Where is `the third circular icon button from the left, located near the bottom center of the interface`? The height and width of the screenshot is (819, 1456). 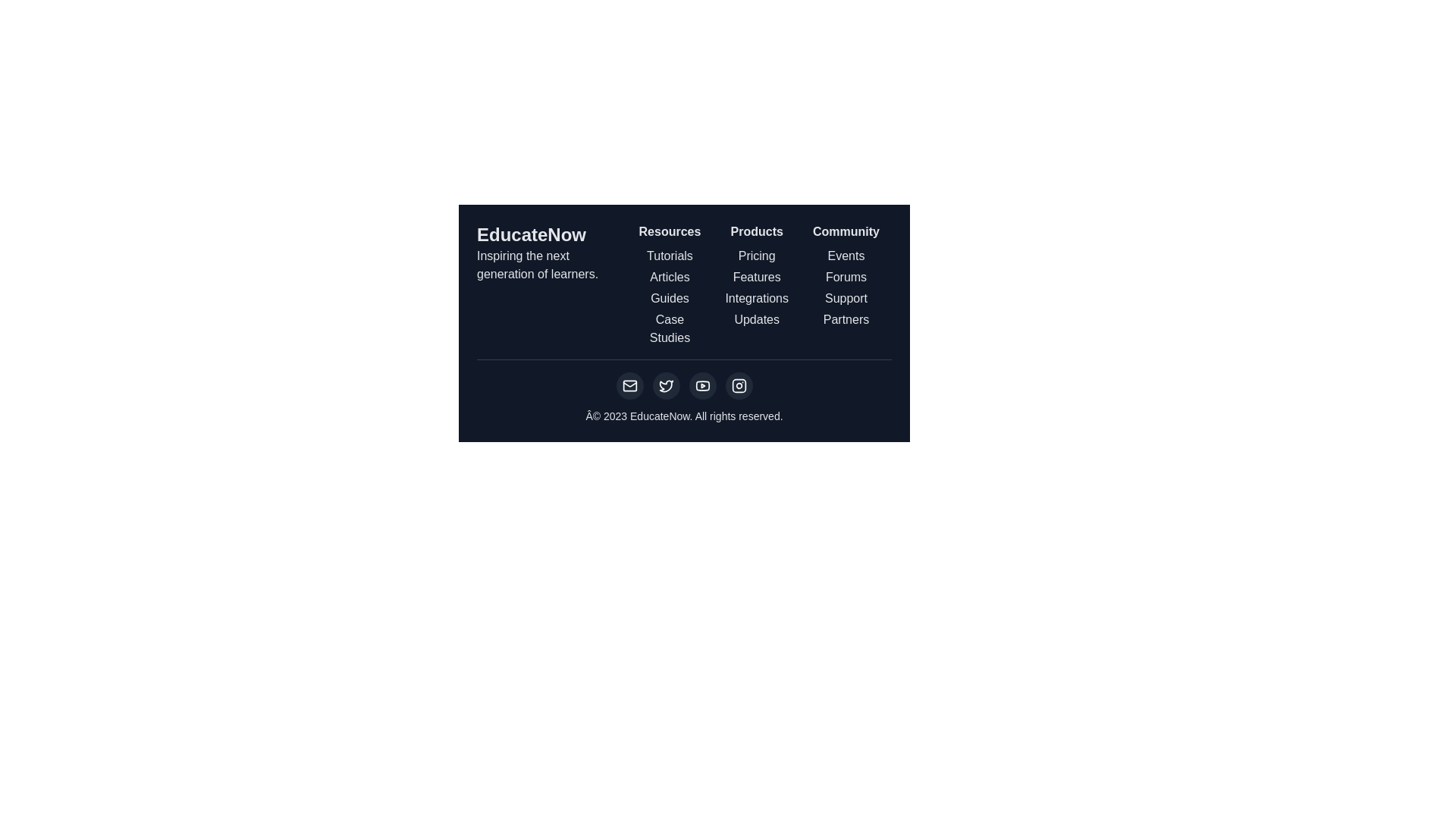
the third circular icon button from the left, located near the bottom center of the interface is located at coordinates (701, 385).